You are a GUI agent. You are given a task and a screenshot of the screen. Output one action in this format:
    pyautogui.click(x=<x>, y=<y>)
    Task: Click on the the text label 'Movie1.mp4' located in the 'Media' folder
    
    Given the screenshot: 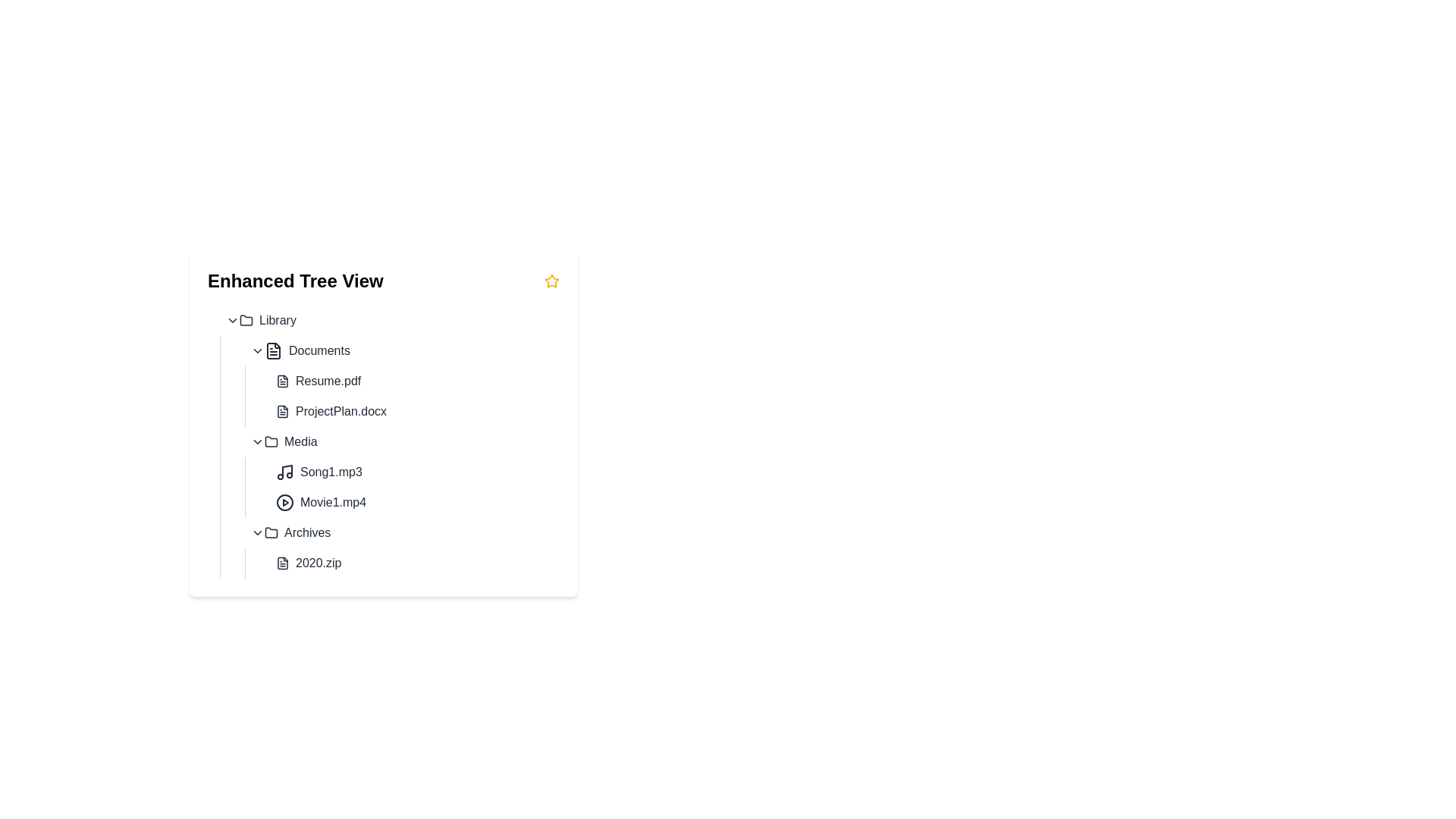 What is the action you would take?
    pyautogui.click(x=332, y=503)
    